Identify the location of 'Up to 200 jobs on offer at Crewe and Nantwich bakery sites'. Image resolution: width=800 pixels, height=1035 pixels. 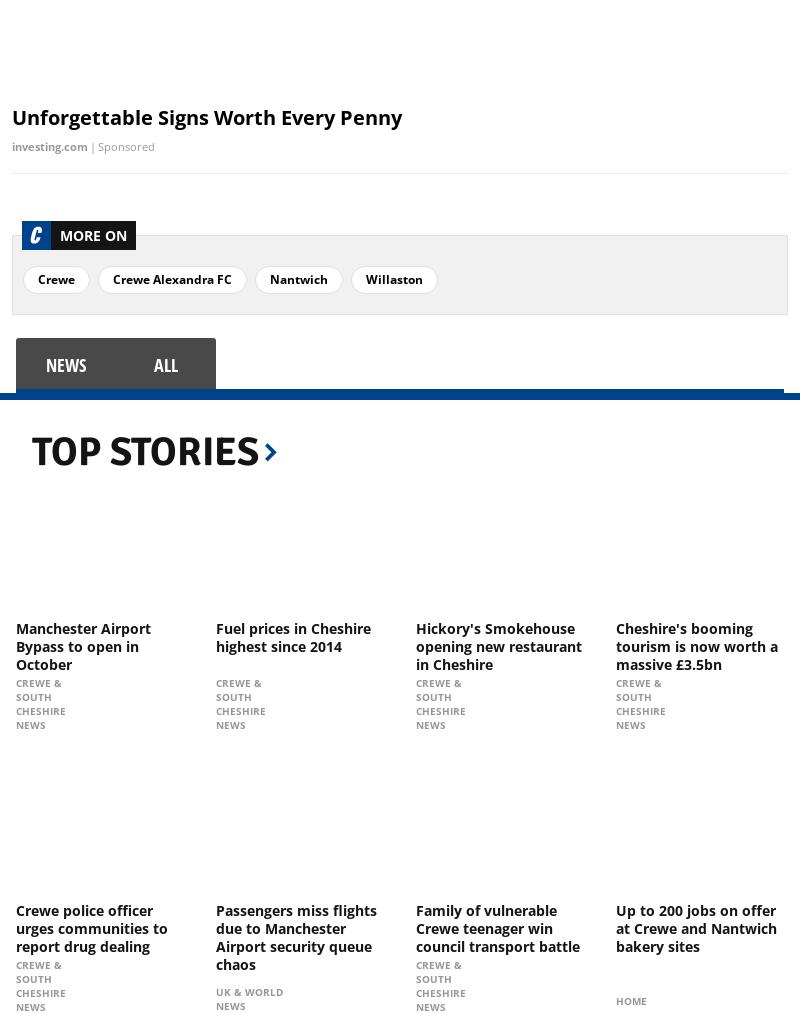
(696, 926).